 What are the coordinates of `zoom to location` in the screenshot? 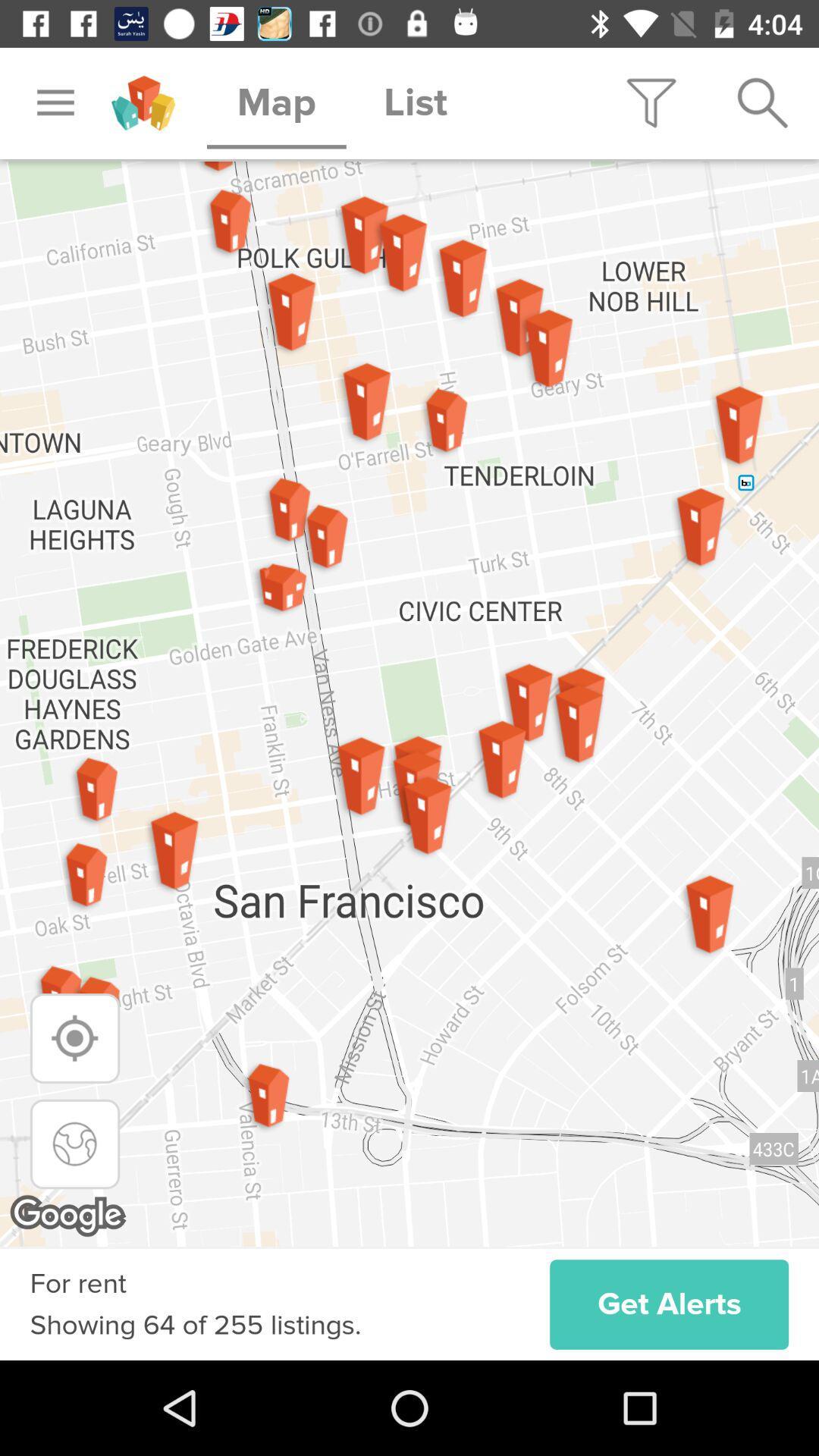 It's located at (75, 1037).